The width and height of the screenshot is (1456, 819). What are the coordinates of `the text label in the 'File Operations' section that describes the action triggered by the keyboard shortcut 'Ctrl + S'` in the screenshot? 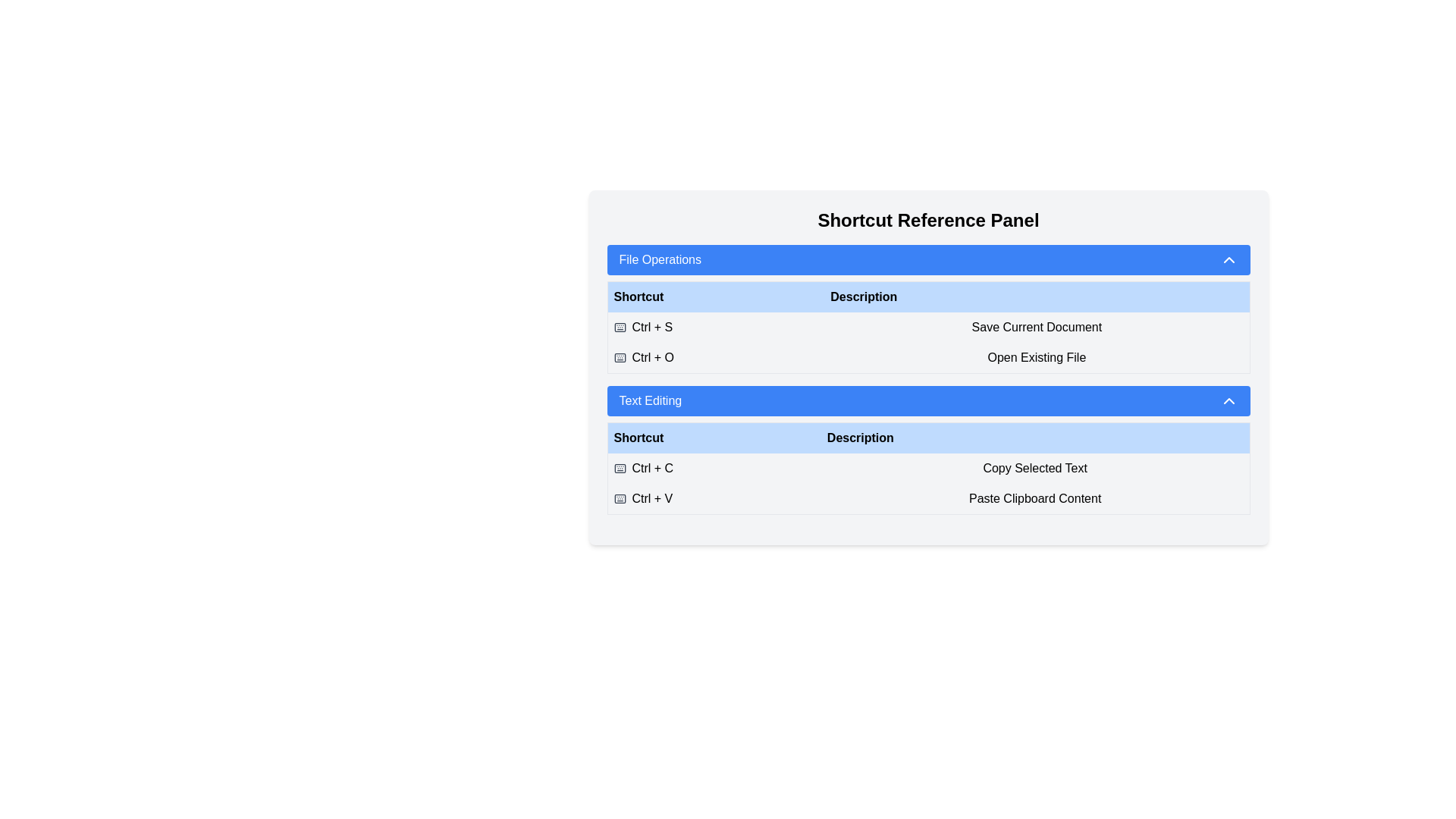 It's located at (1036, 327).